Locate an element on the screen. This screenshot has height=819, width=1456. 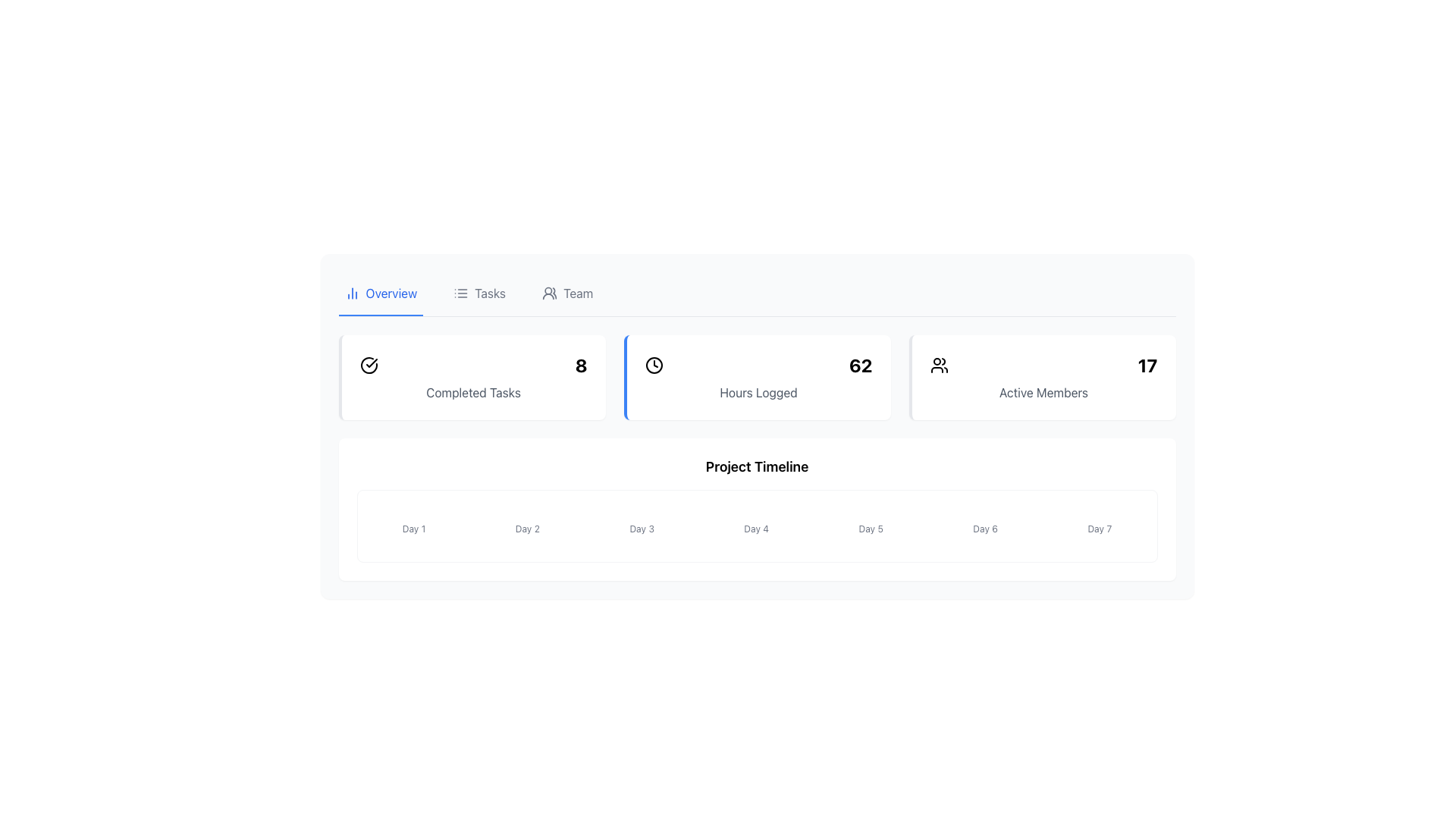
the static text label displaying 'Project Timeline', which serves as a header for the timeline display is located at coordinates (757, 466).